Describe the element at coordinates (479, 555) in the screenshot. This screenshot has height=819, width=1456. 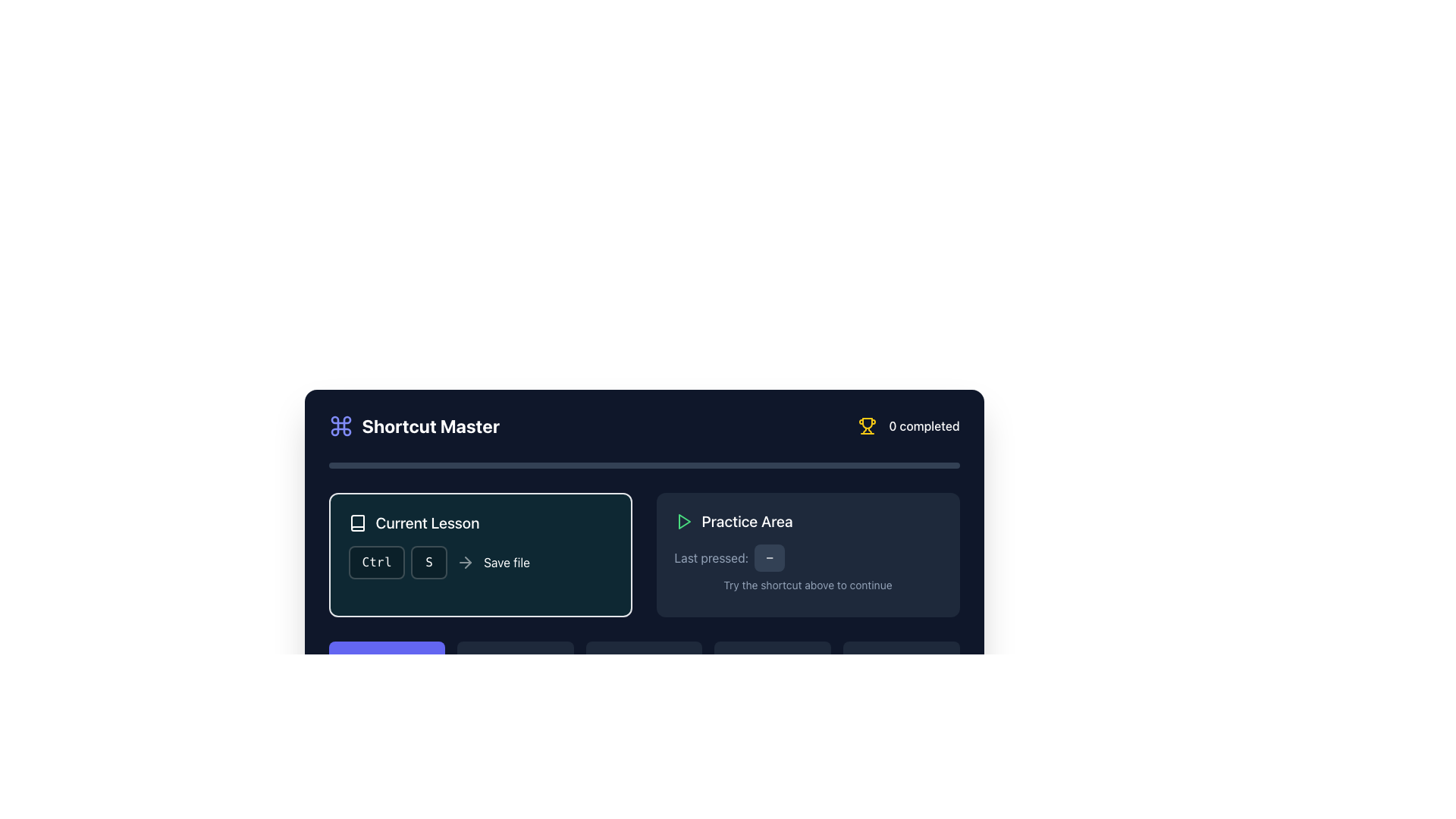
I see `the instructional card that introduces the current lesson and provides shortcut commands, positioned in the left half of a two-column layout` at that location.